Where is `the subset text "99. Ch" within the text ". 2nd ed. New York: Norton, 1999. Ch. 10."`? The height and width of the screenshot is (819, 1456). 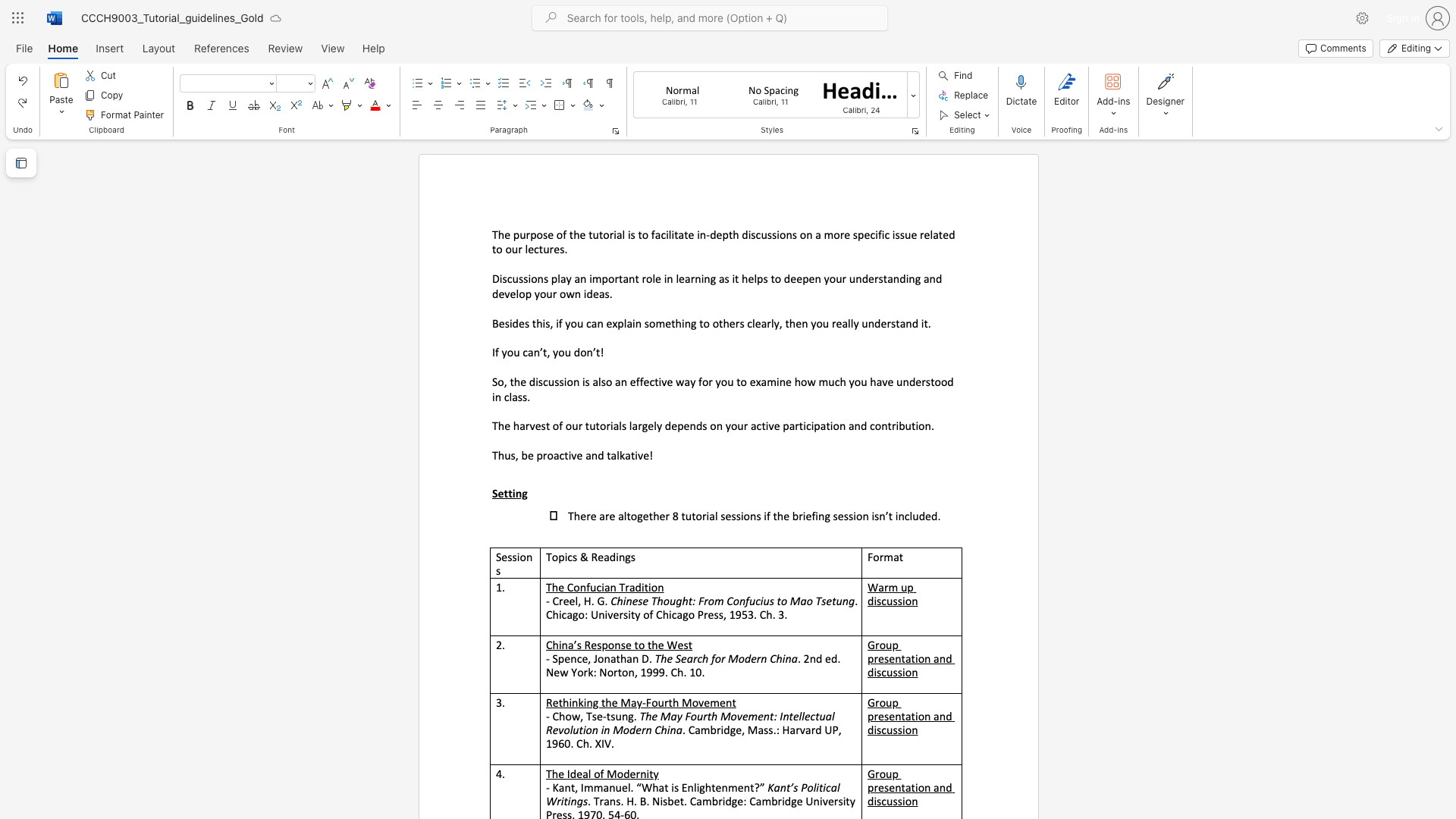
the subset text "99. Ch" within the text ". 2nd ed. New York: Norton, 1999. Ch. 10." is located at coordinates (652, 671).